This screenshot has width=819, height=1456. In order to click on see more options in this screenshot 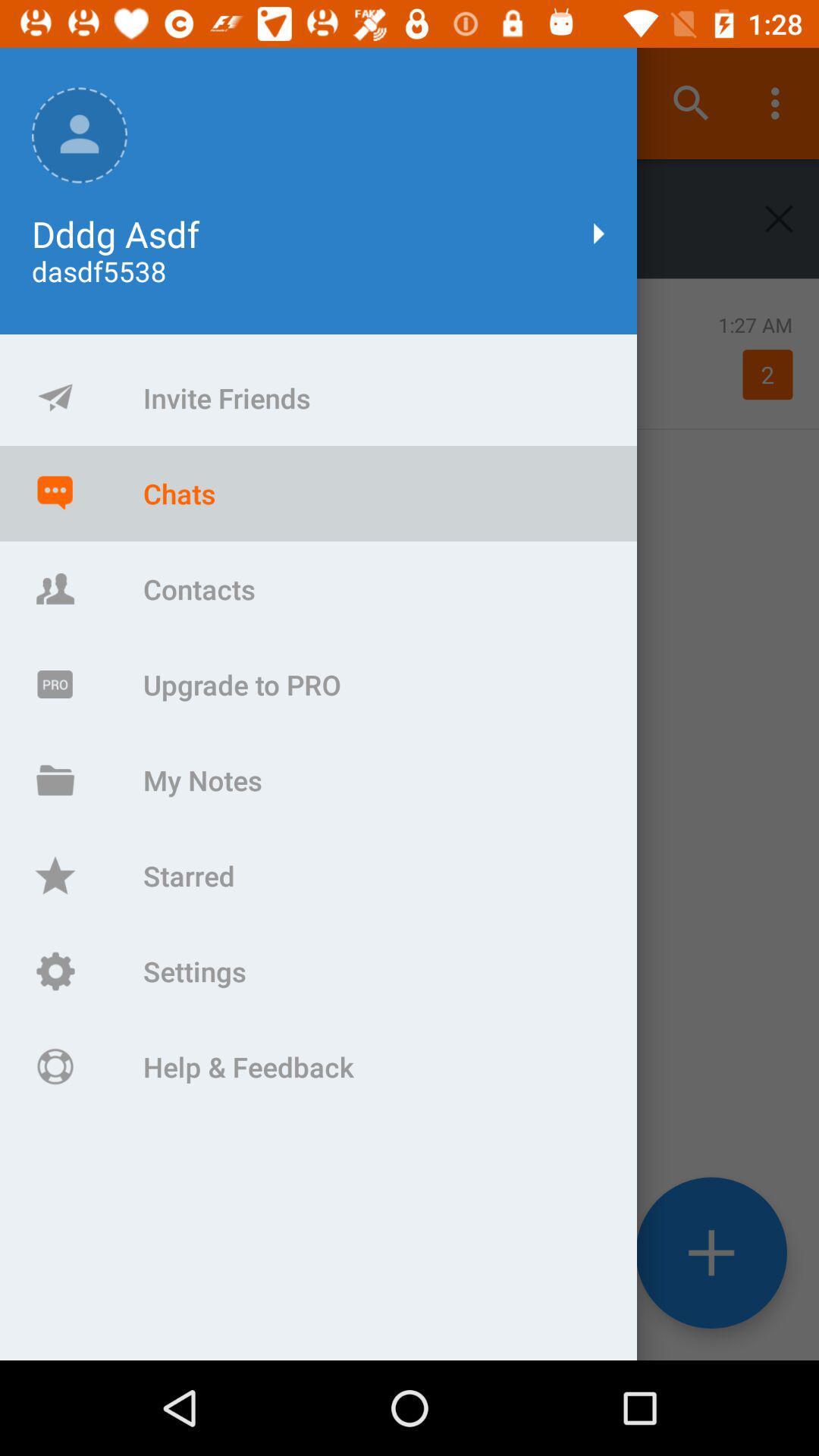, I will do `click(711, 1253)`.